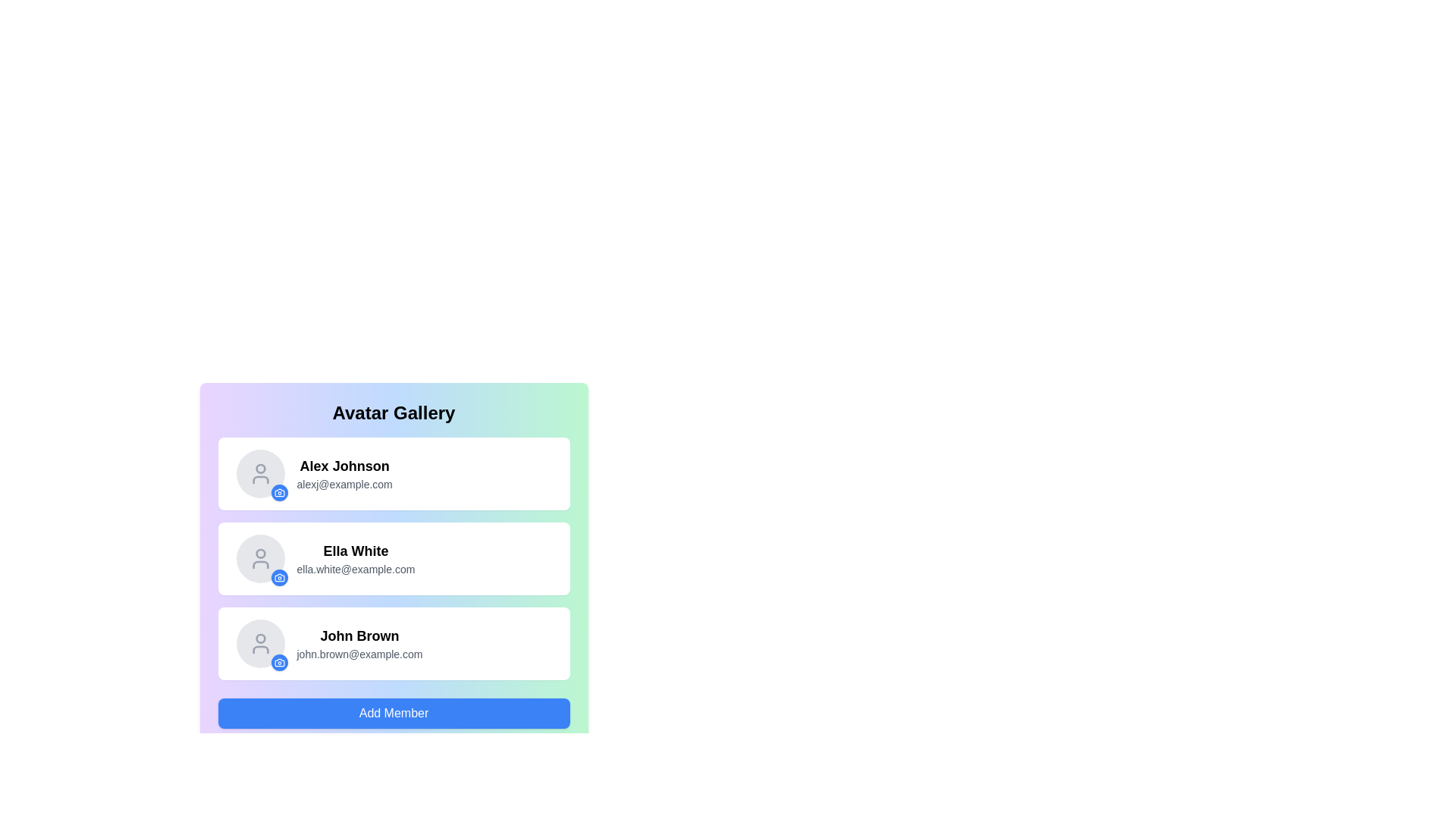 The image size is (1456, 819). What do you see at coordinates (394, 472) in the screenshot?
I see `the user's name in the Profile Card, which is the first card in the Avatar Gallery list` at bounding box center [394, 472].